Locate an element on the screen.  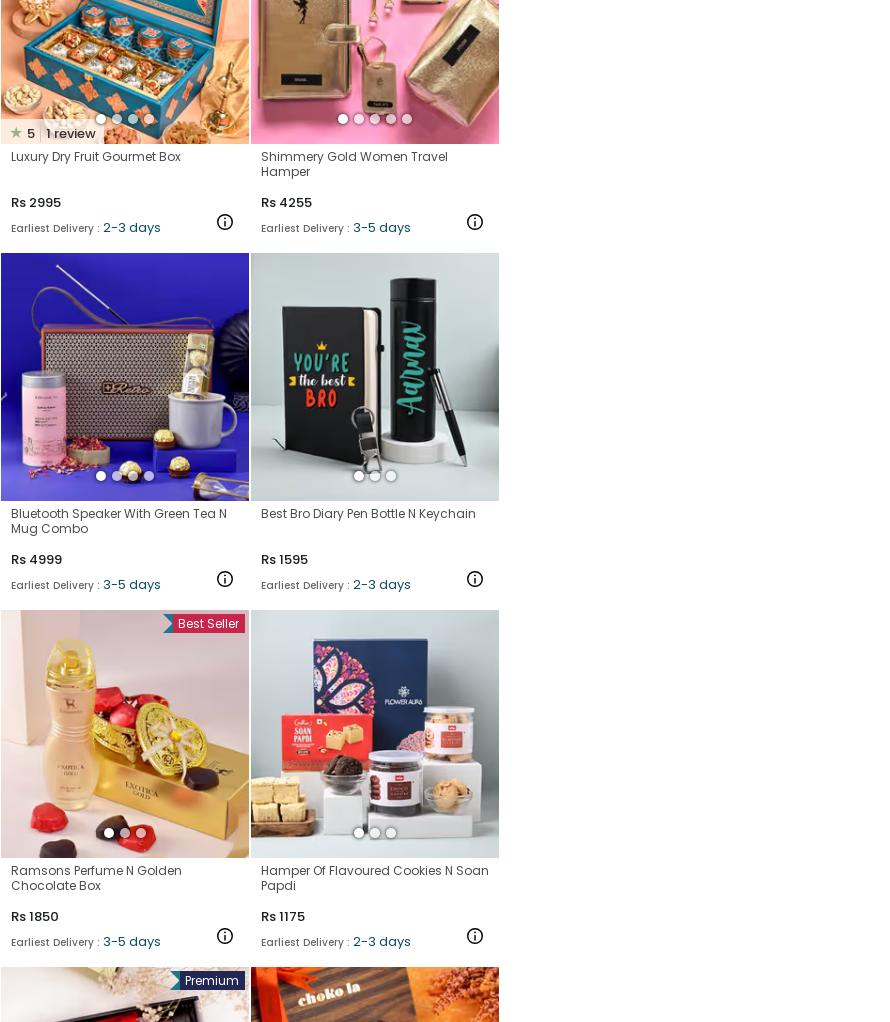
'review' is located at coordinates (54, 132).